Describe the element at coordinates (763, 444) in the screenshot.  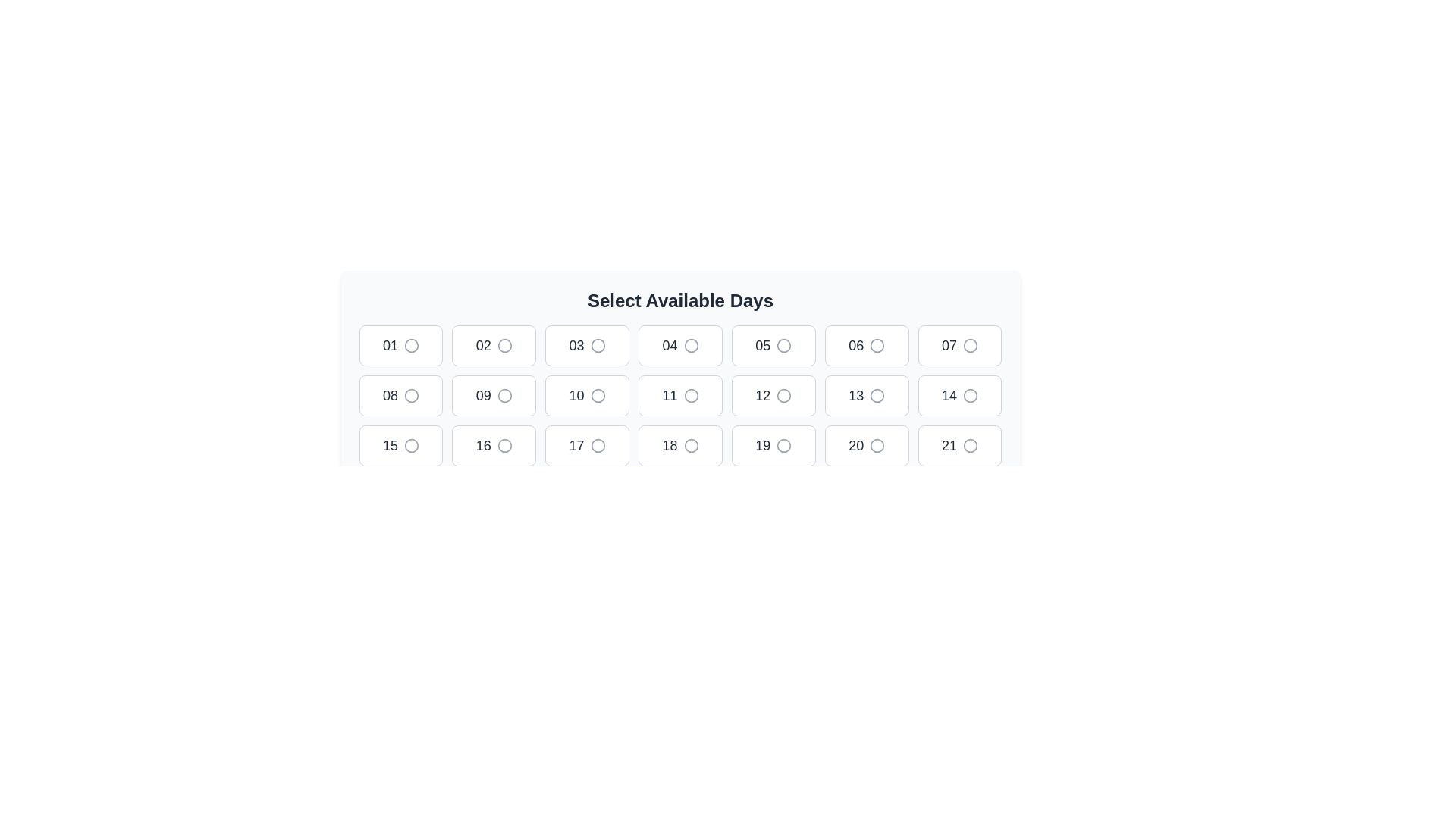
I see `the text label displaying the number '19' within the button component located in the third row and fourth column of the grid layout` at that location.